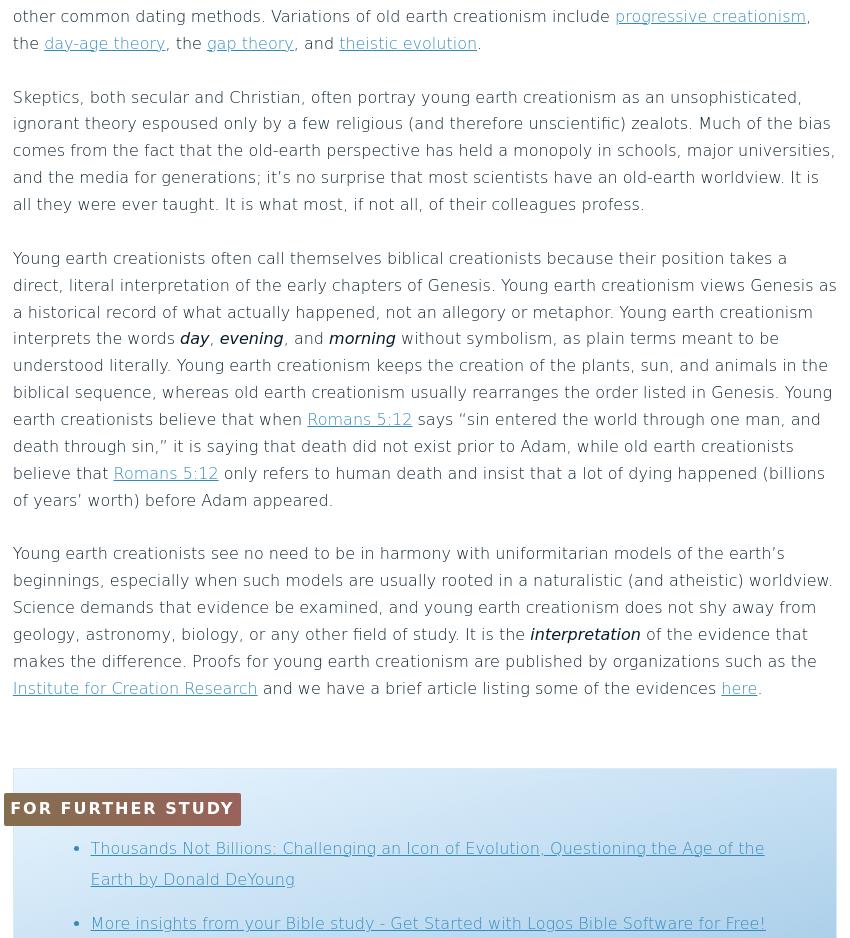 The width and height of the screenshot is (850, 938). What do you see at coordinates (408, 41) in the screenshot?
I see `'theistic evolution'` at bounding box center [408, 41].